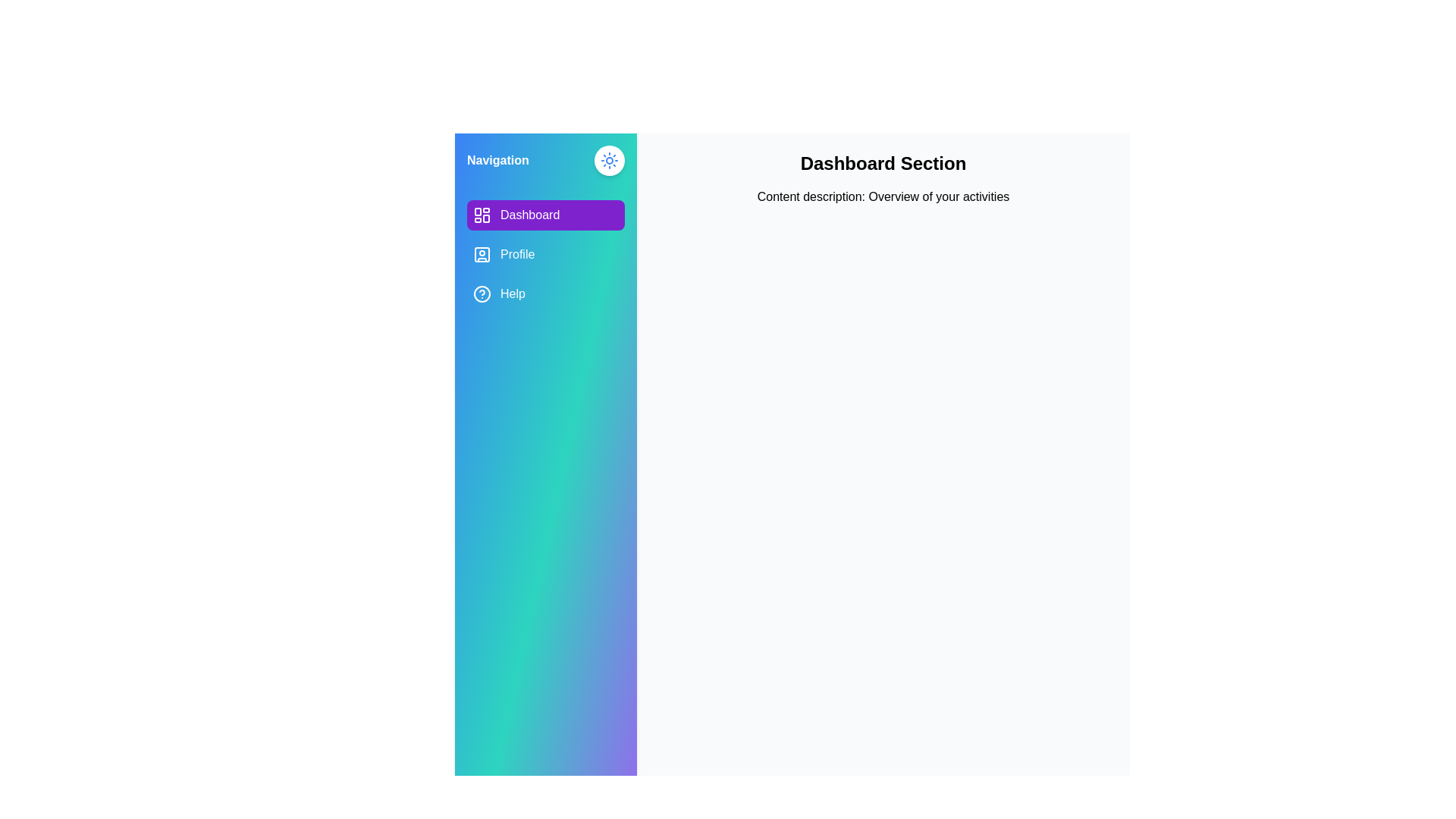  What do you see at coordinates (546, 253) in the screenshot?
I see `the Profile tab in the menu to see its hover effect` at bounding box center [546, 253].